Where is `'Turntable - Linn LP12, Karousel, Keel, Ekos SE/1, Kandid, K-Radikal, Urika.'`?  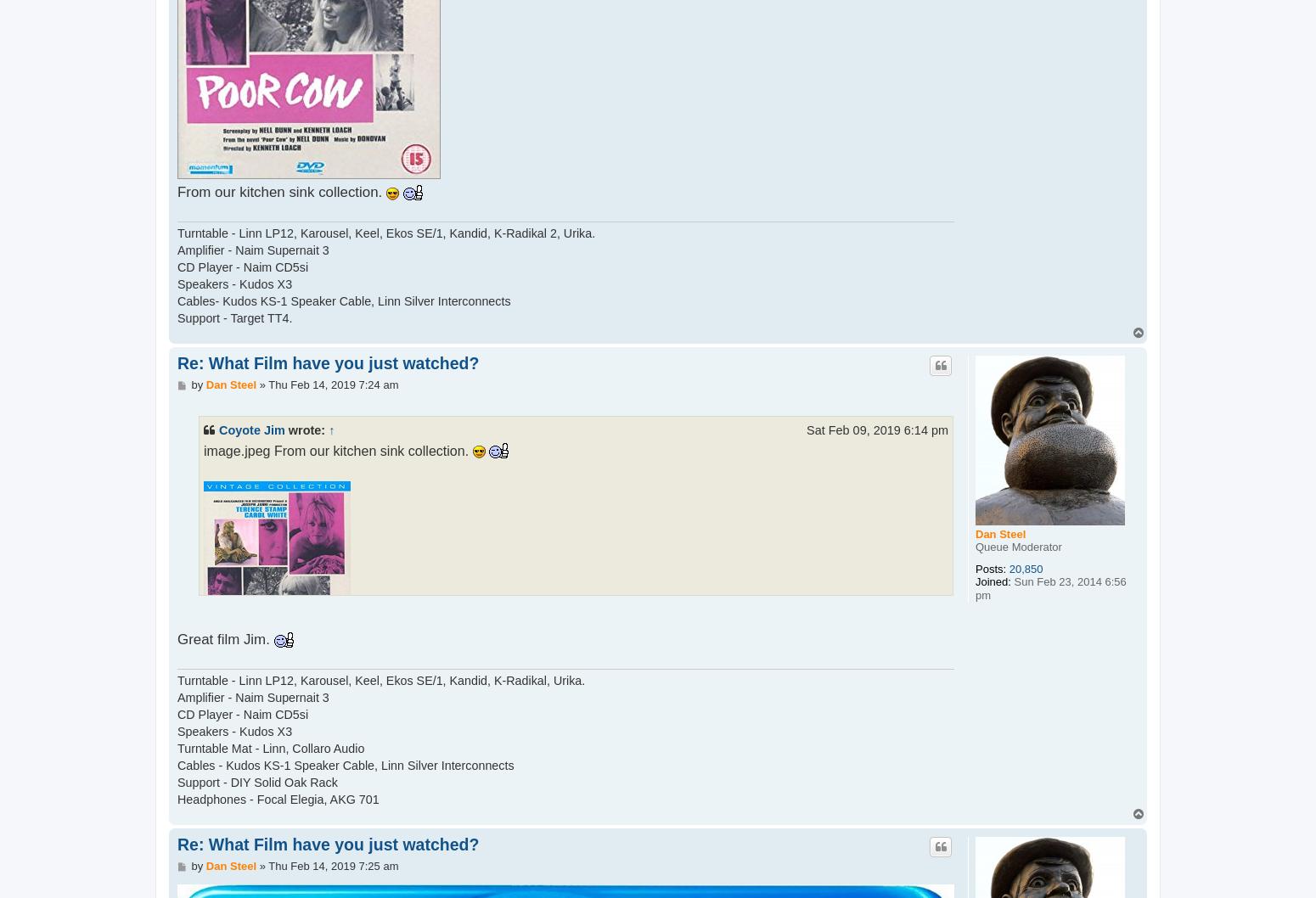
'Turntable - Linn LP12, Karousel, Keel, Ekos SE/1, Kandid, K-Radikal, Urika.' is located at coordinates (381, 679).